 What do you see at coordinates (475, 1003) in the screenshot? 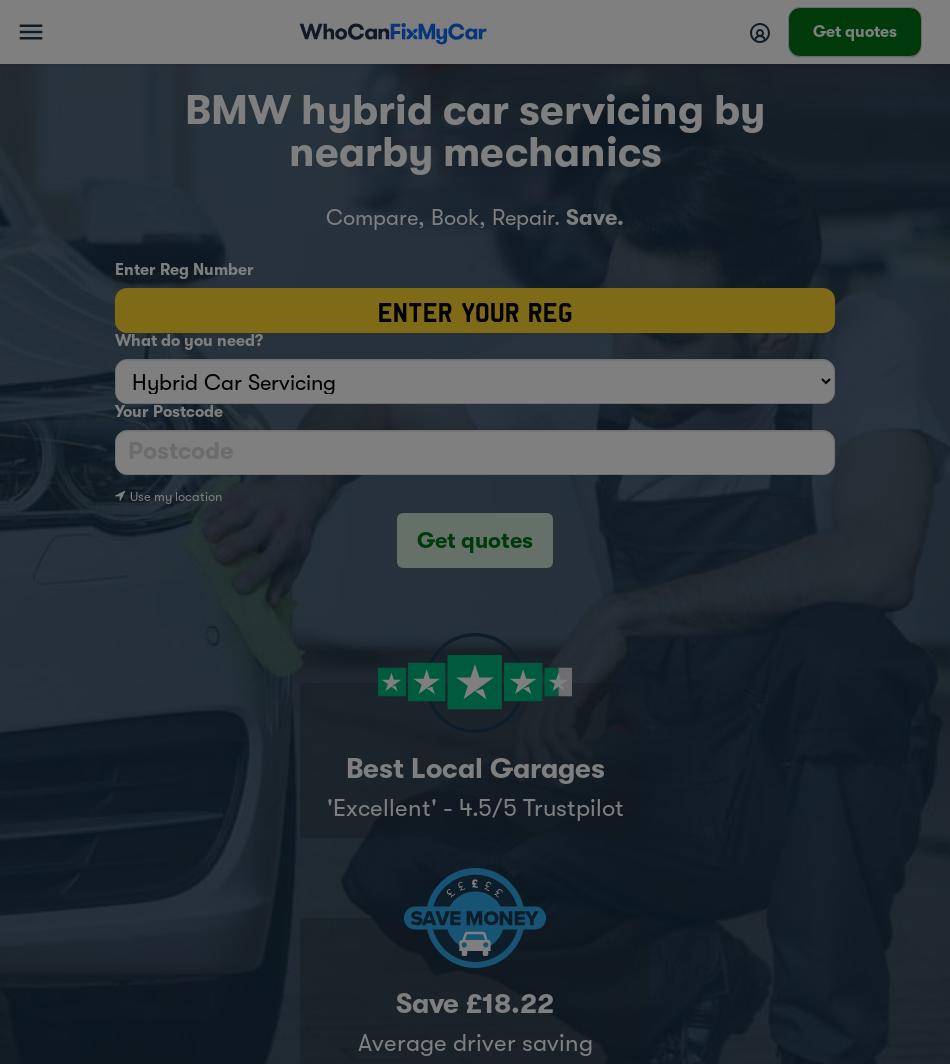
I see `'Save £18.22'` at bounding box center [475, 1003].